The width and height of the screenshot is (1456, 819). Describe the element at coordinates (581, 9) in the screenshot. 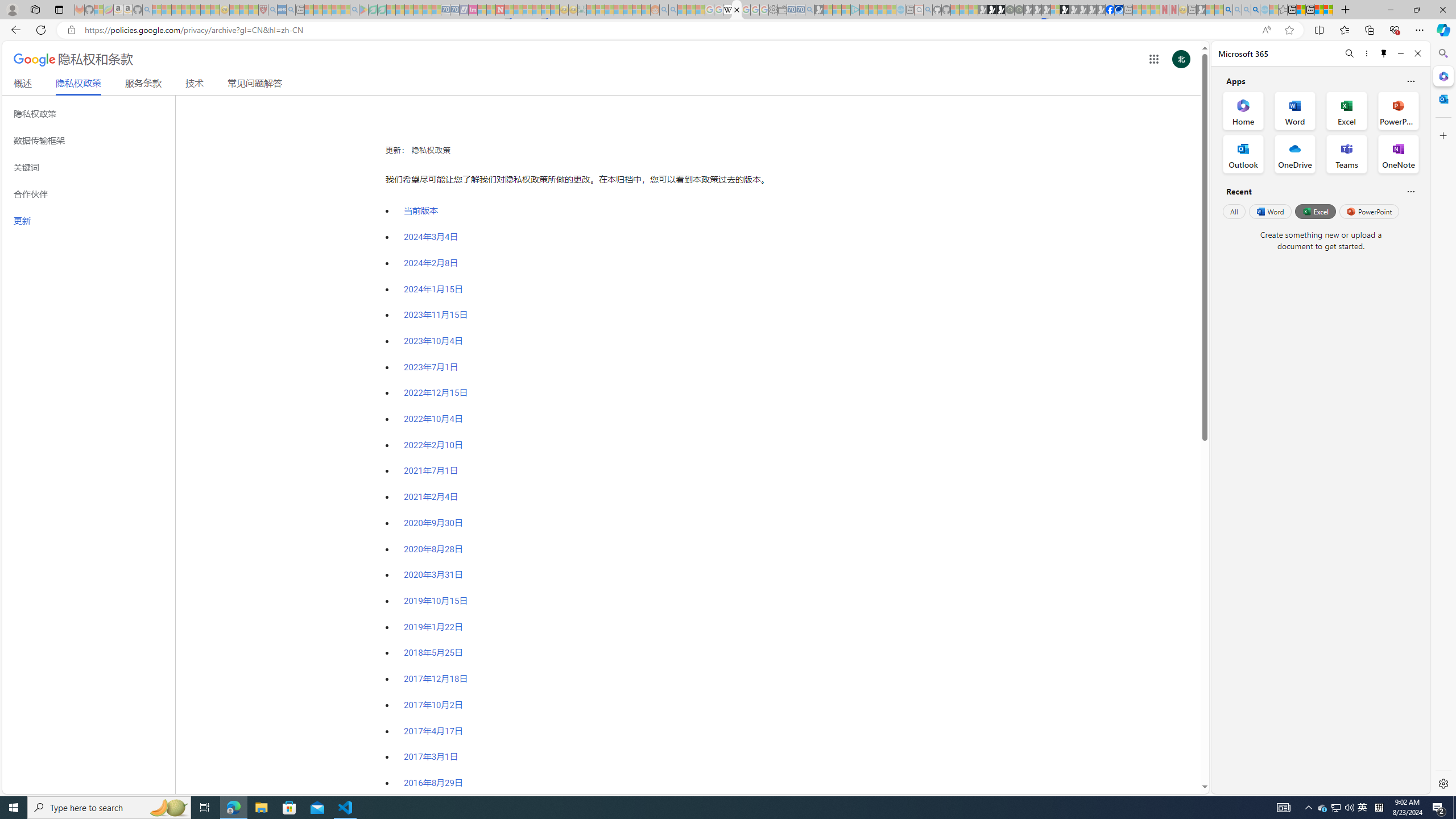

I see `'DITOGAMES AG Imprint - Sleeping'` at that location.